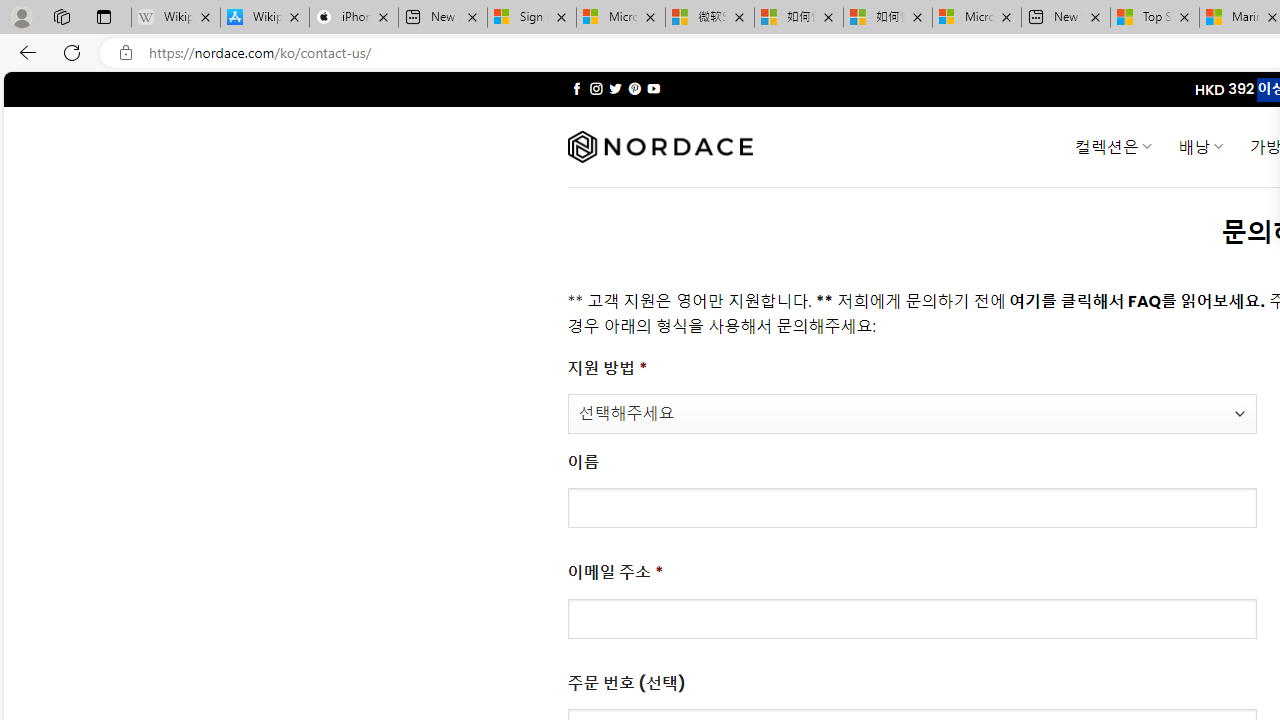 This screenshot has width=1280, height=720. Describe the element at coordinates (614, 88) in the screenshot. I see `'Follow on Twitter'` at that location.